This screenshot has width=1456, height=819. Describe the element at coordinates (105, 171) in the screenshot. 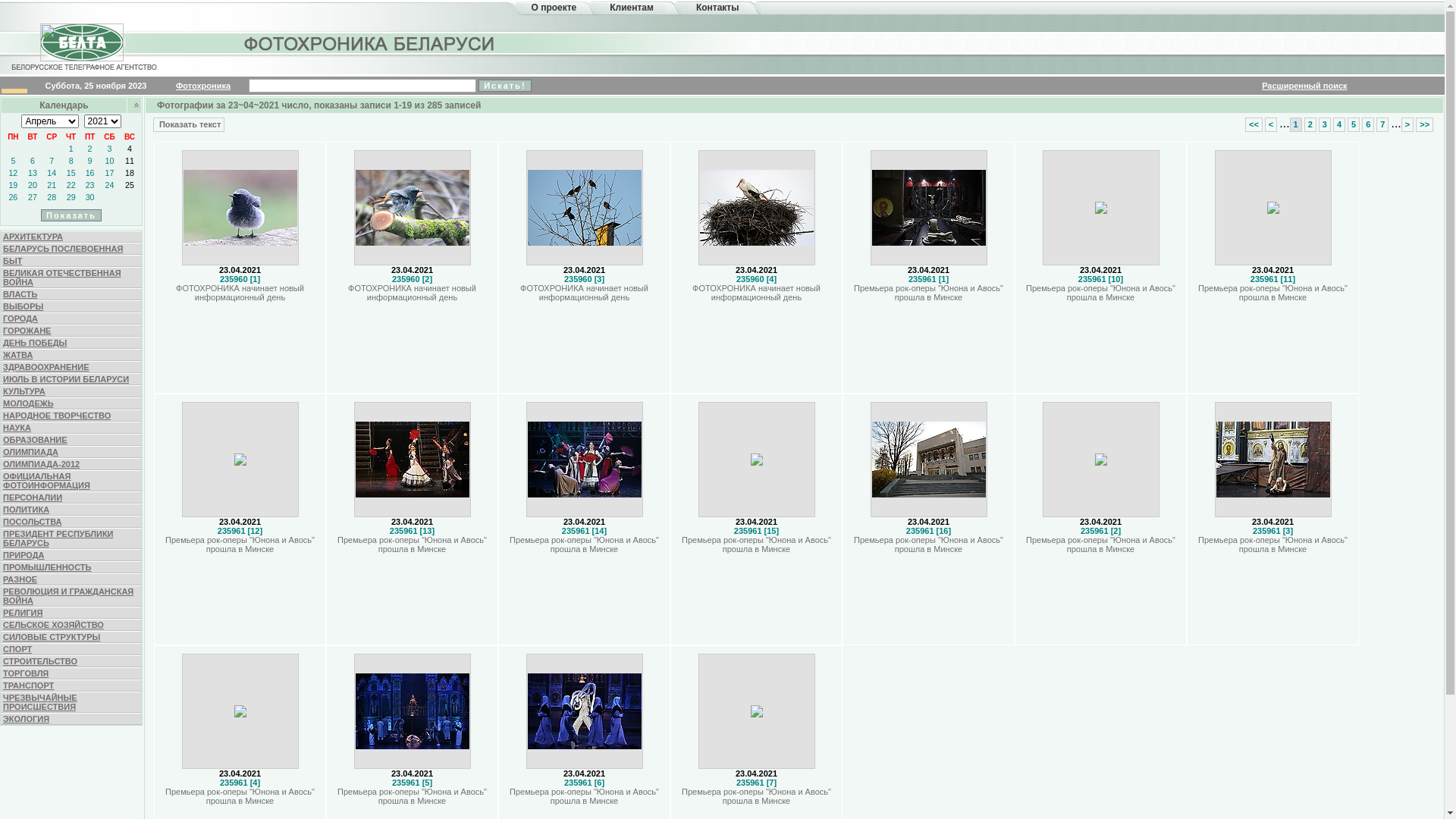

I see `'17'` at that location.